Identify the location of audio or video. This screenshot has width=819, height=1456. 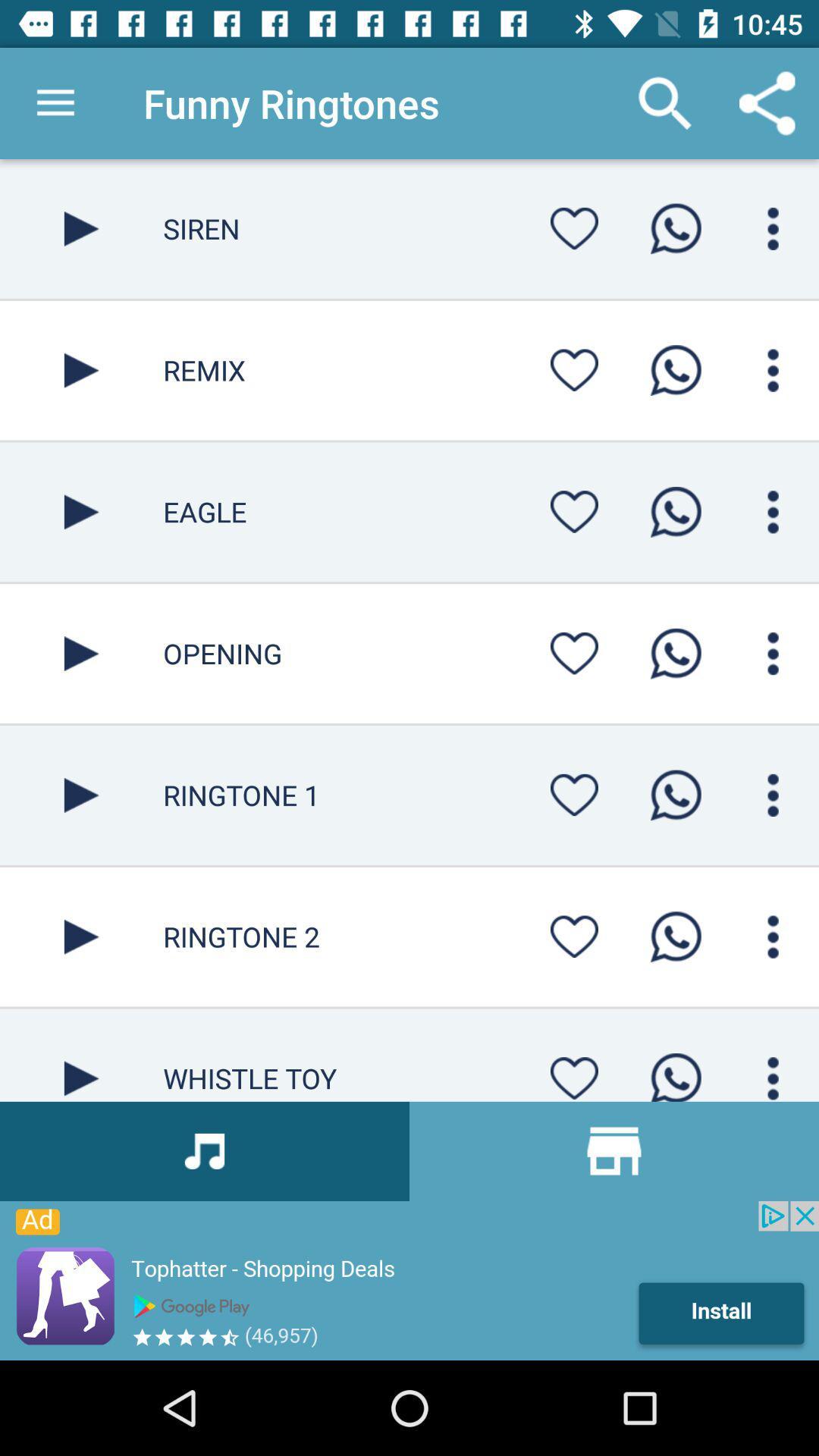
(81, 512).